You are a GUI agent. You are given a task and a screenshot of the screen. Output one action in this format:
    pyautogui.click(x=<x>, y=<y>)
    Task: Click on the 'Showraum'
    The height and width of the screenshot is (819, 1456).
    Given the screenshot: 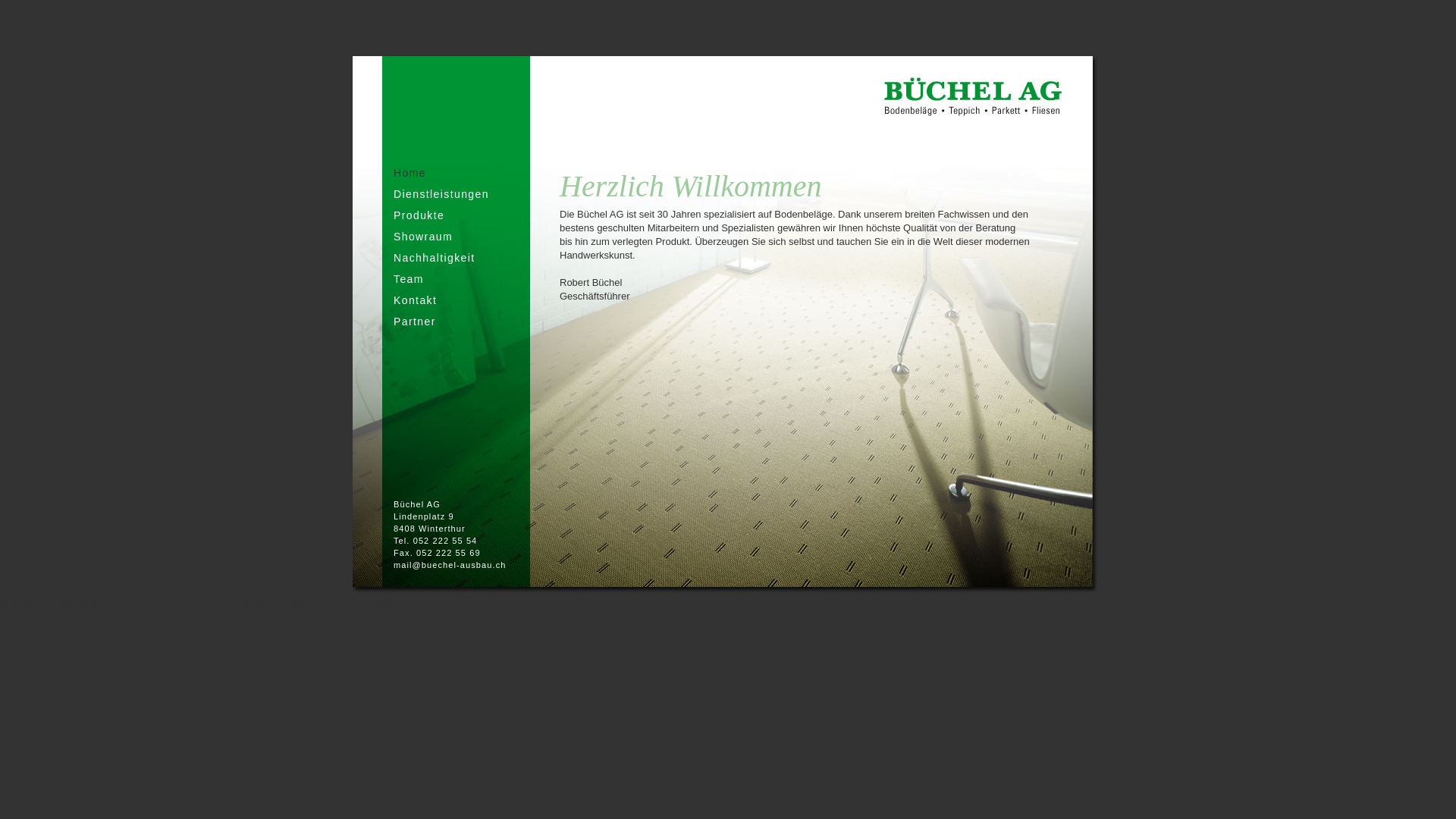 What is the action you would take?
    pyautogui.click(x=422, y=237)
    